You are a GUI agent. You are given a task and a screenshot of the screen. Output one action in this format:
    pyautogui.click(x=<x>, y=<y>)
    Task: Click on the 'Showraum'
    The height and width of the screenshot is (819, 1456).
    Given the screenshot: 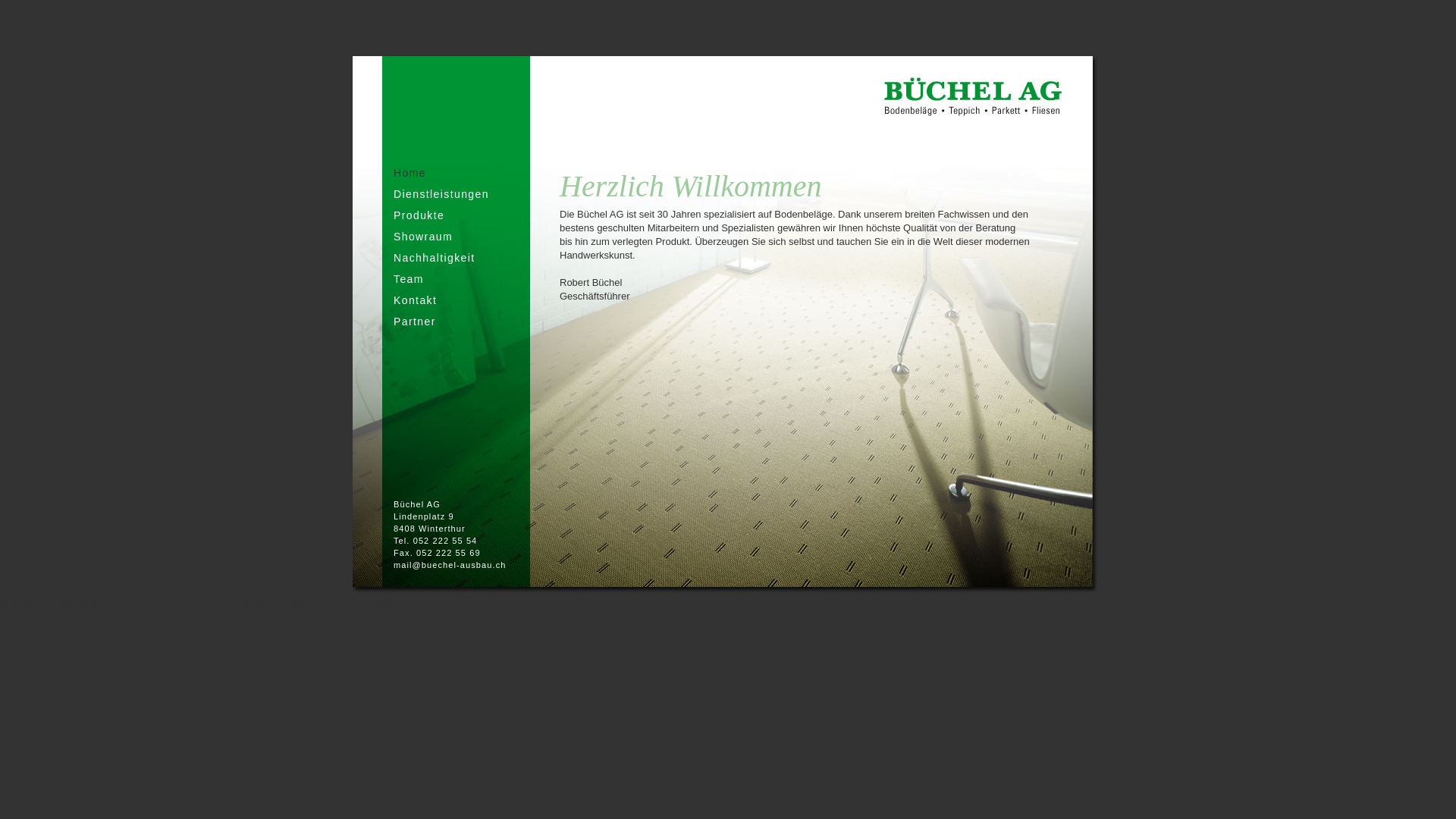 What is the action you would take?
    pyautogui.click(x=422, y=237)
    